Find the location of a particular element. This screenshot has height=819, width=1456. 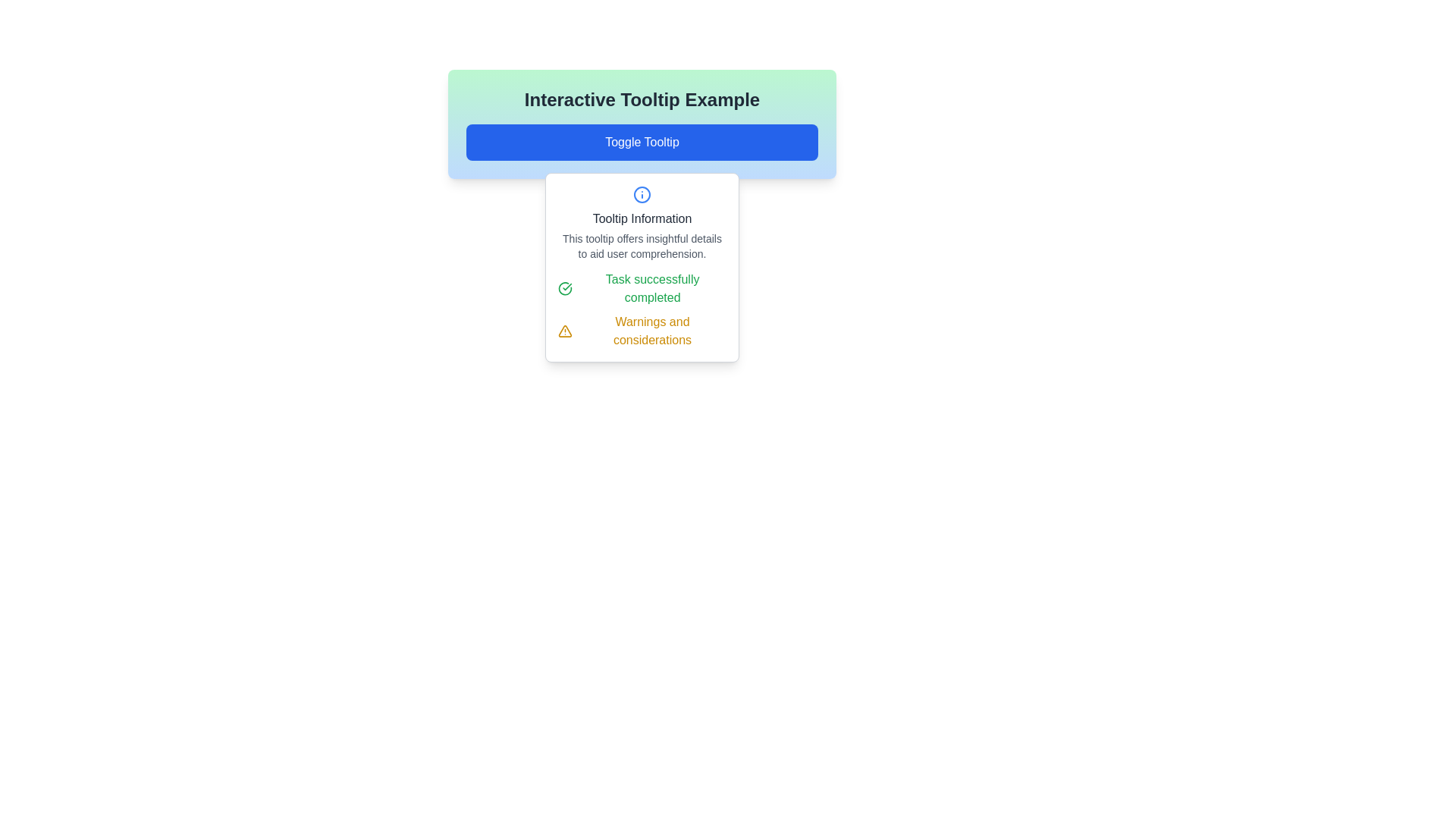

the informational icon, which is a blue outlined circle containing an 'i' symbol, located at the center-top of the 'Tooltip Information' component to trigger tooltip effects is located at coordinates (642, 194).